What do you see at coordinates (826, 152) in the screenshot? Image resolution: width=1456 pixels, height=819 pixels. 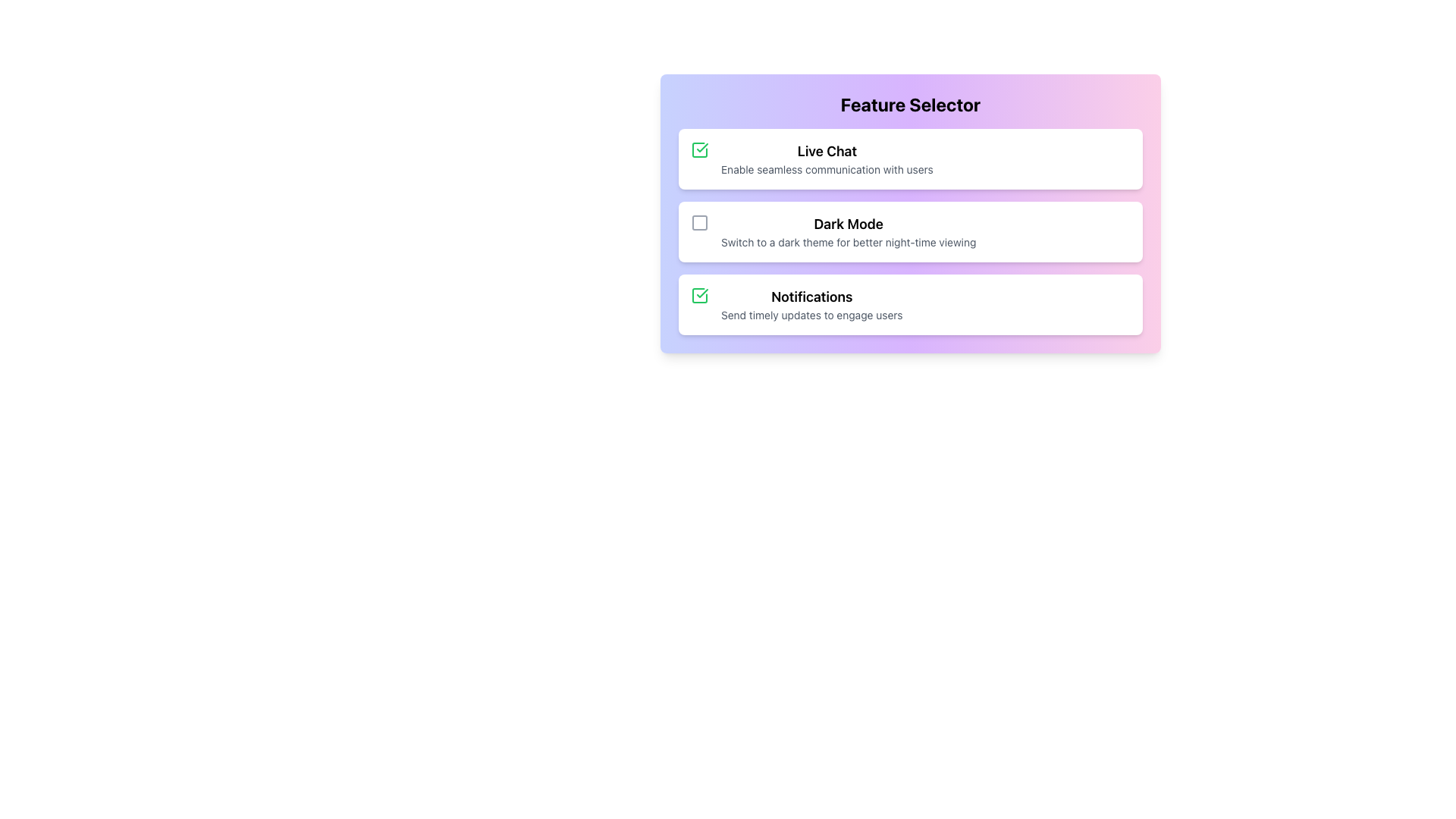 I see `the 'Live Chat' text label, which is prominently displayed in bold black font on a white background, located near the top of the 'Feature Selector' card` at bounding box center [826, 152].